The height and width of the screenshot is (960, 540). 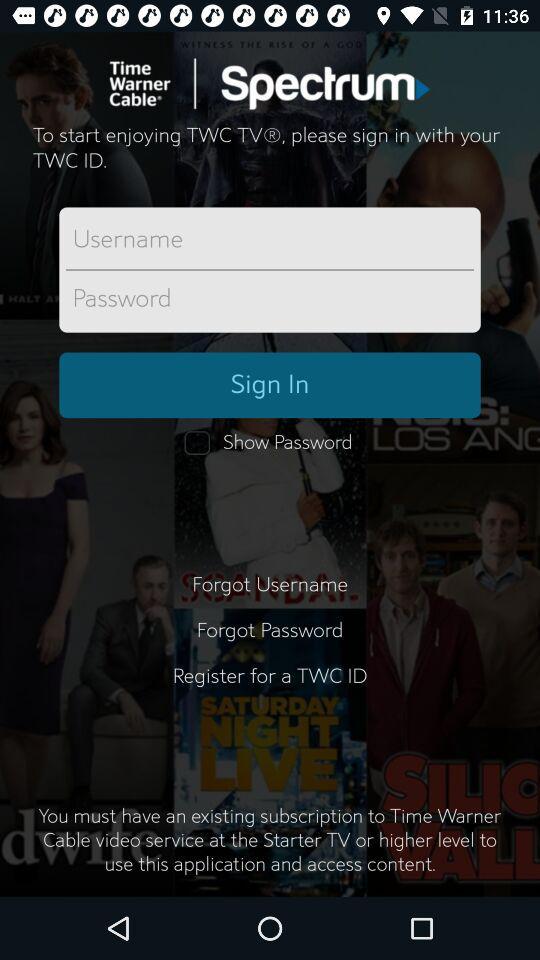 What do you see at coordinates (270, 688) in the screenshot?
I see `the icon below forgot password icon` at bounding box center [270, 688].